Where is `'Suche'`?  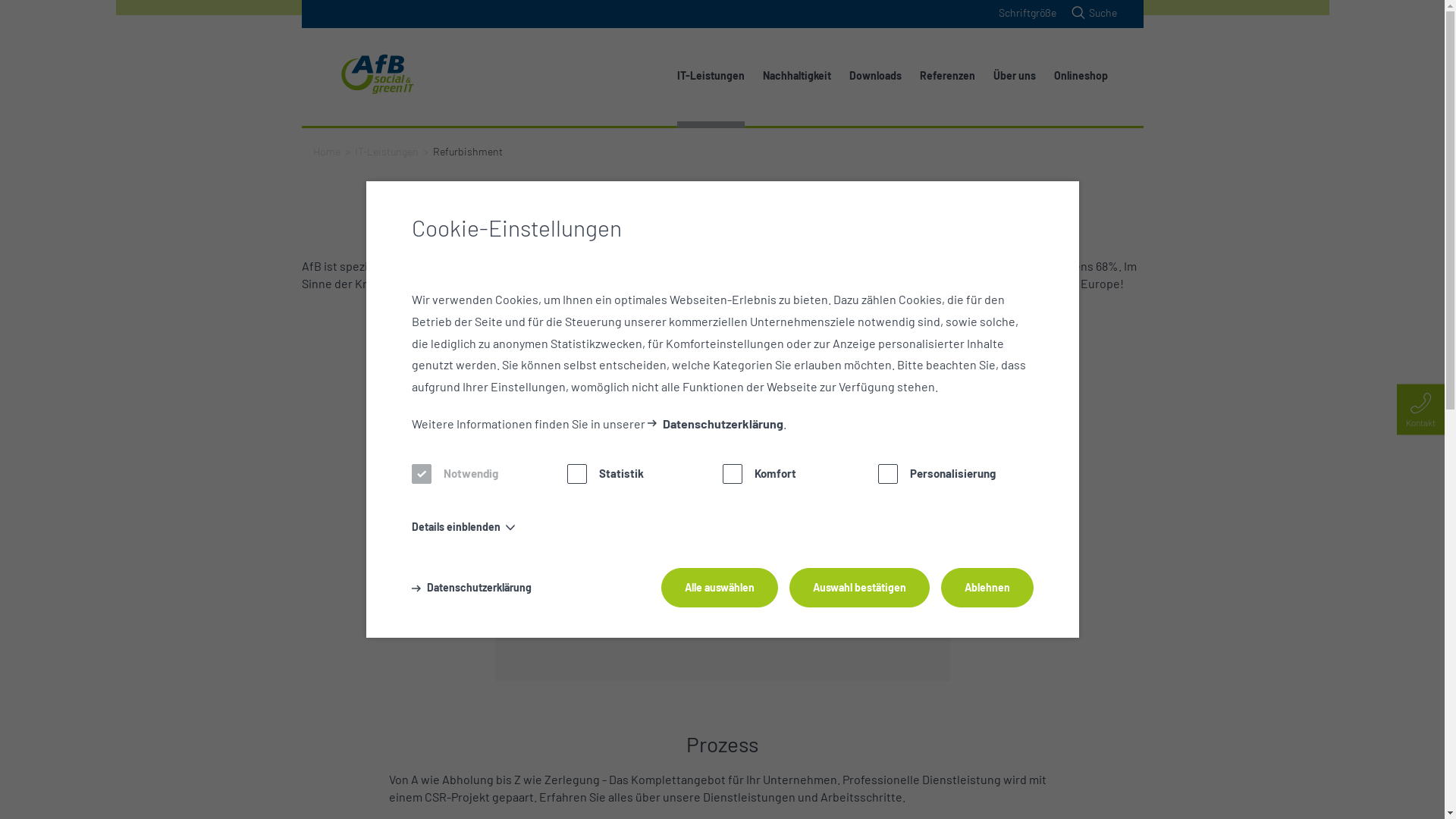 'Suche' is located at coordinates (1092, 12).